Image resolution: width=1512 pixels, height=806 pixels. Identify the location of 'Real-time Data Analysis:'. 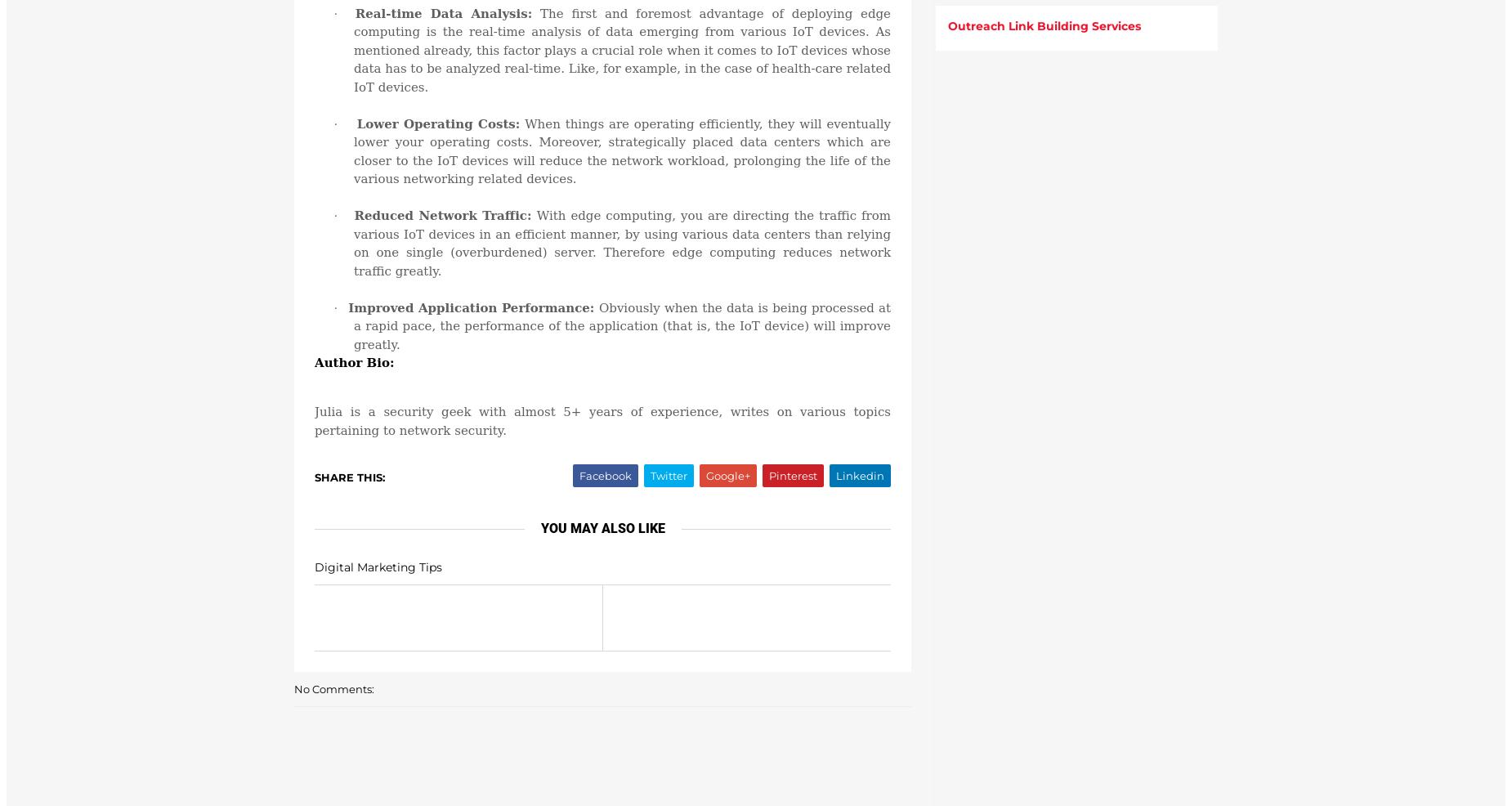
(443, 11).